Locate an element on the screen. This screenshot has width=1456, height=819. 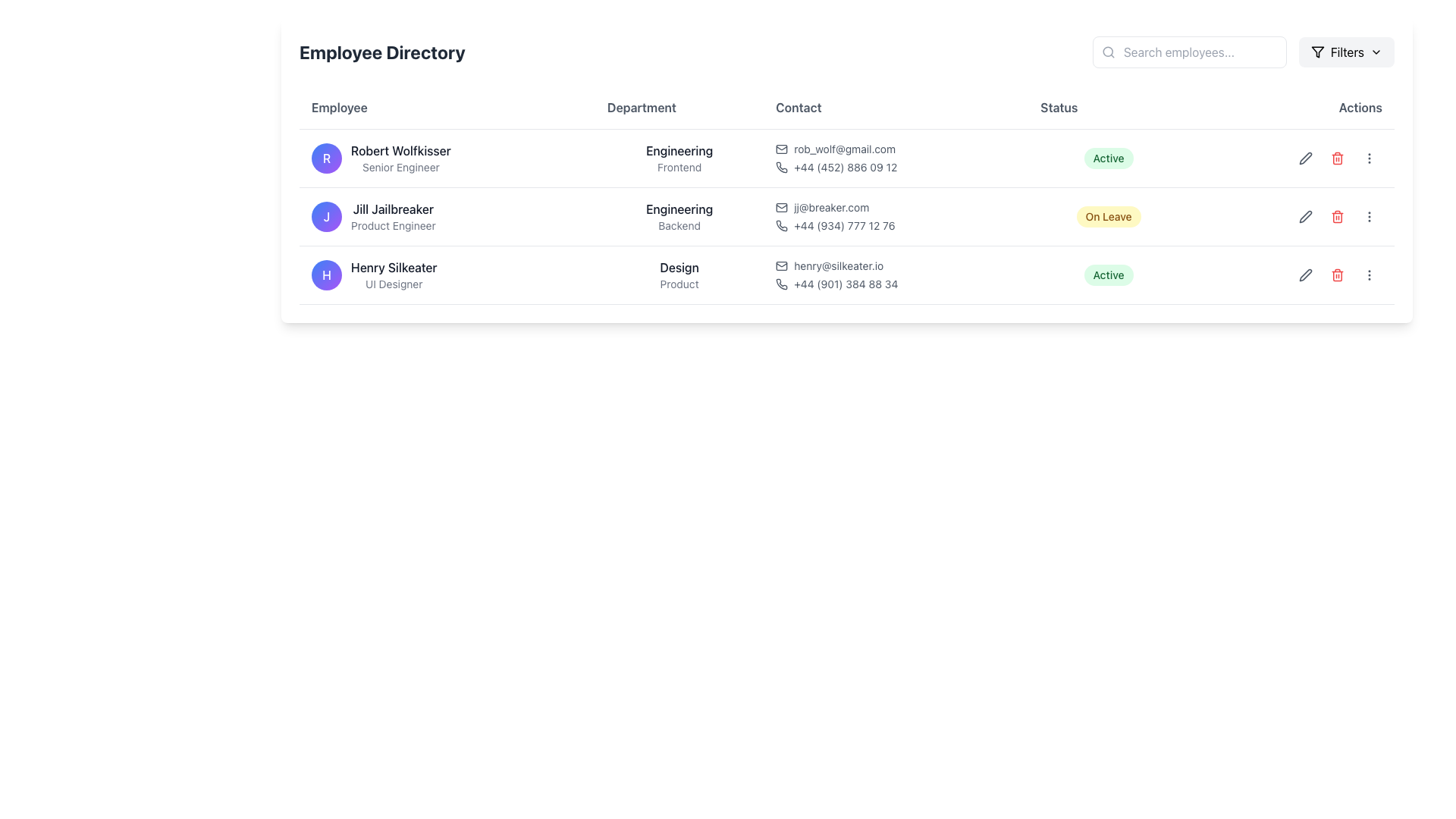
the vertical ellipsis icon in the 'Actions' column of the third row in the Employee Directory table associated with 'Henry Silkeater' is located at coordinates (1369, 275).